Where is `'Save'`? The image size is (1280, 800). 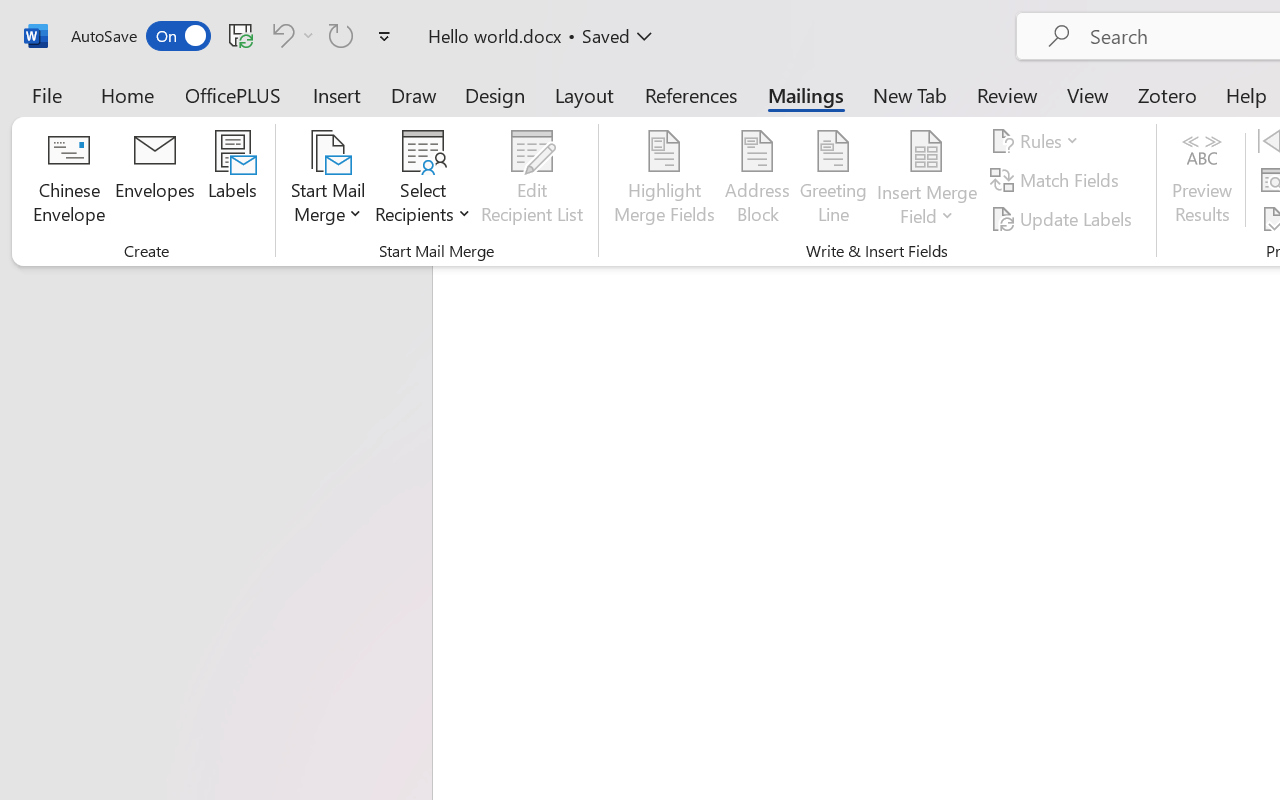 'Save' is located at coordinates (240, 34).